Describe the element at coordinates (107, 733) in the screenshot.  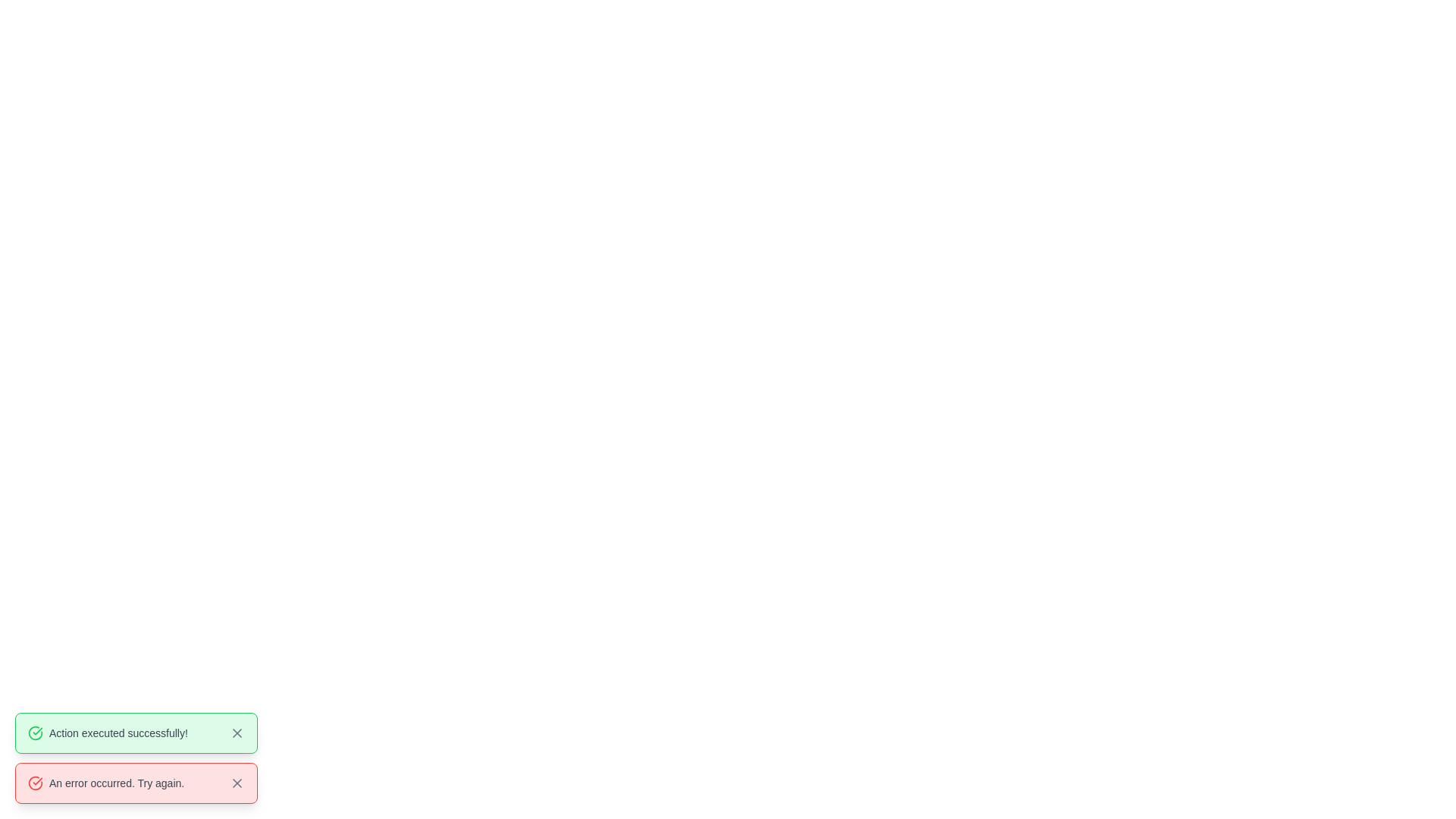
I see `the static confirmation message located within the success notification box at the top-left, adjacent to the green checkmark icon` at that location.